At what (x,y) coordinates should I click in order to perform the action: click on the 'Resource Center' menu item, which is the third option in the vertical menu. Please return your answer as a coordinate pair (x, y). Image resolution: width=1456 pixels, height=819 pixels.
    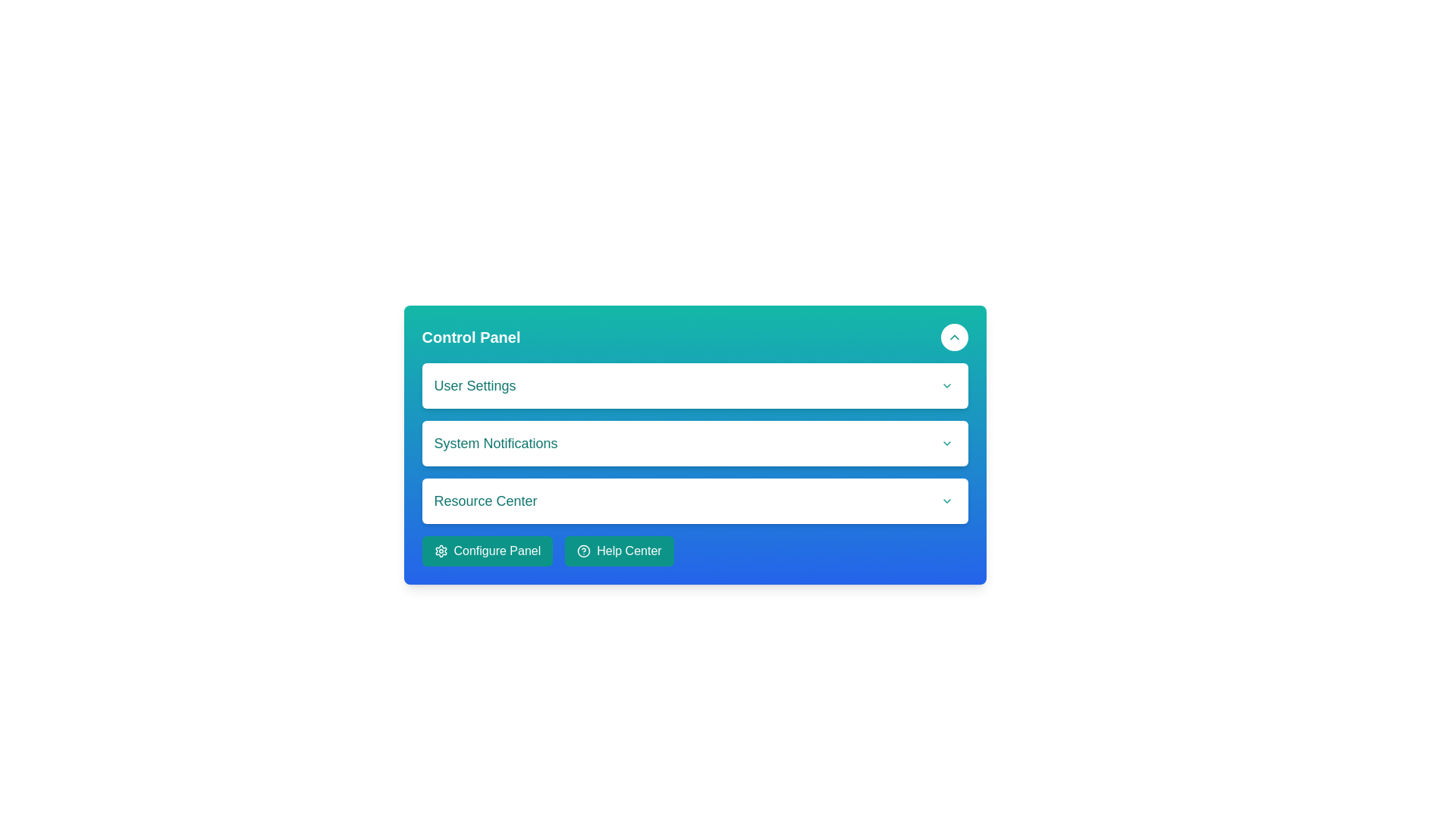
    Looking at the image, I should click on (694, 500).